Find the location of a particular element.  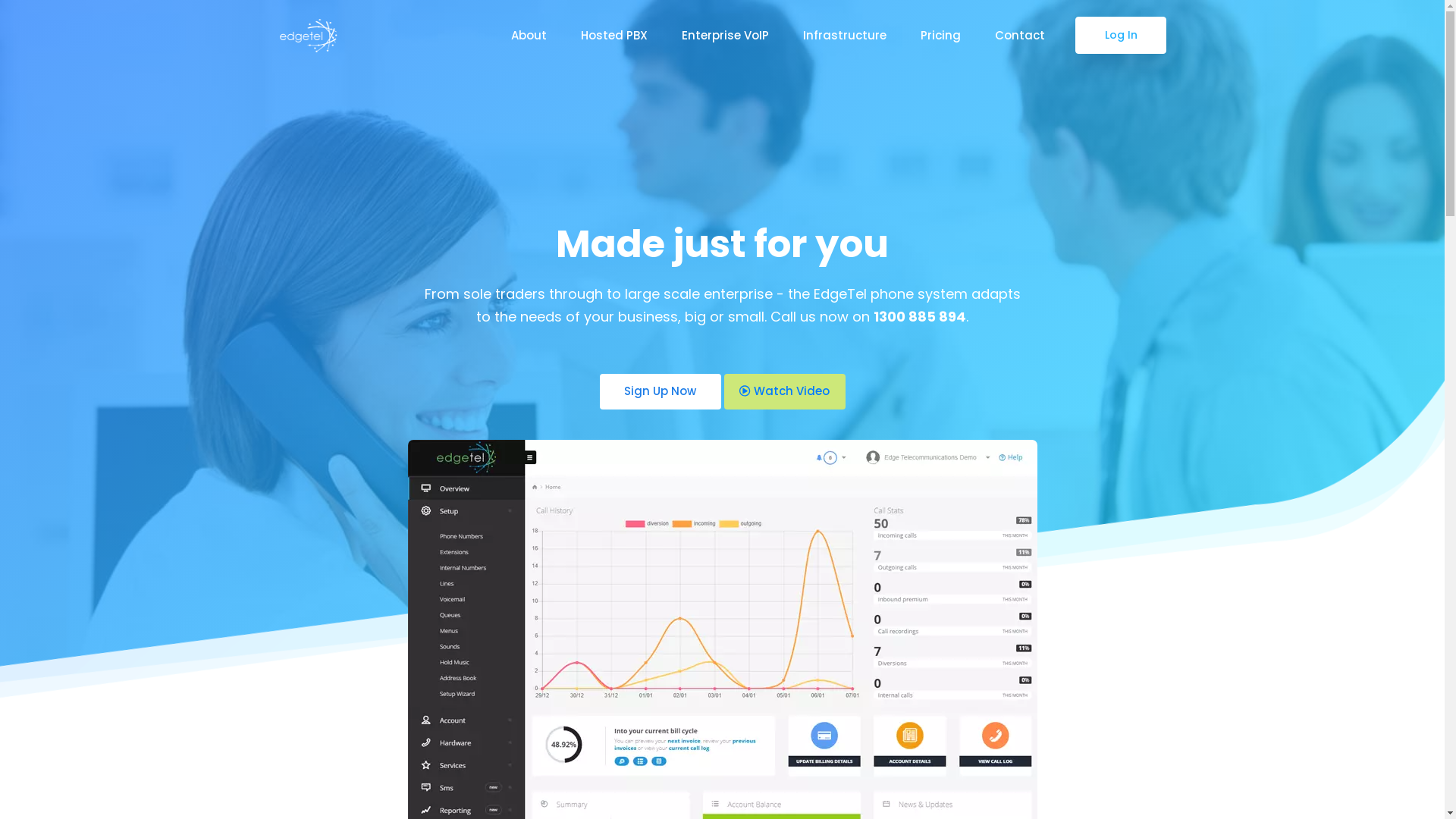

'Contact' is located at coordinates (1019, 34).